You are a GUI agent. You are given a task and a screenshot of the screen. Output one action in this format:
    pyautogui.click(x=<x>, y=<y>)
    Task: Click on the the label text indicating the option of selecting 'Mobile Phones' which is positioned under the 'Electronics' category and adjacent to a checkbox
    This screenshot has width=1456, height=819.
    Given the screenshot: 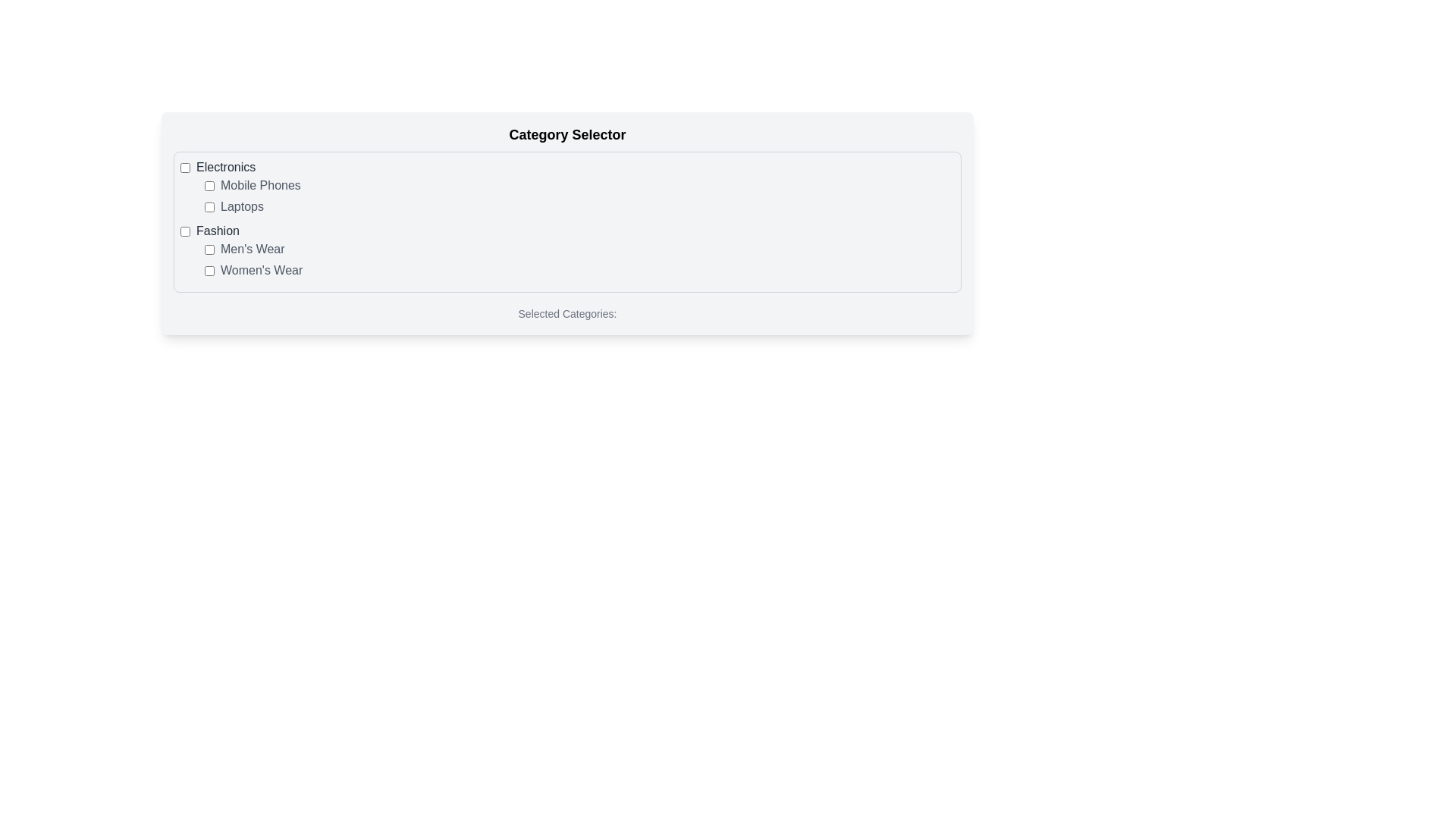 What is the action you would take?
    pyautogui.click(x=260, y=185)
    